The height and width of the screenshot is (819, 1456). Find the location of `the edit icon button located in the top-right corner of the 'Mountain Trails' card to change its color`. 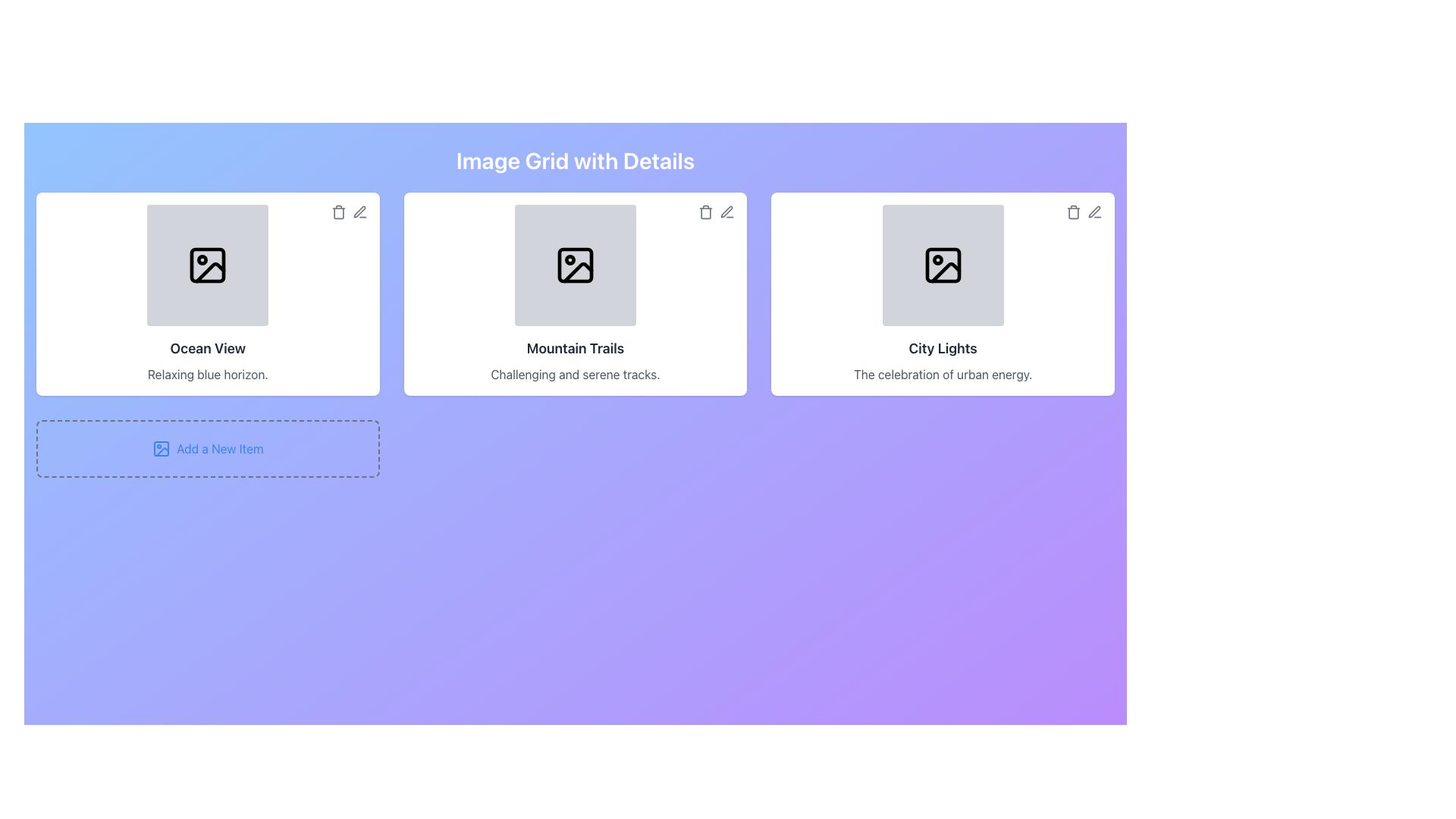

the edit icon button located in the top-right corner of the 'Mountain Trails' card to change its color is located at coordinates (726, 212).